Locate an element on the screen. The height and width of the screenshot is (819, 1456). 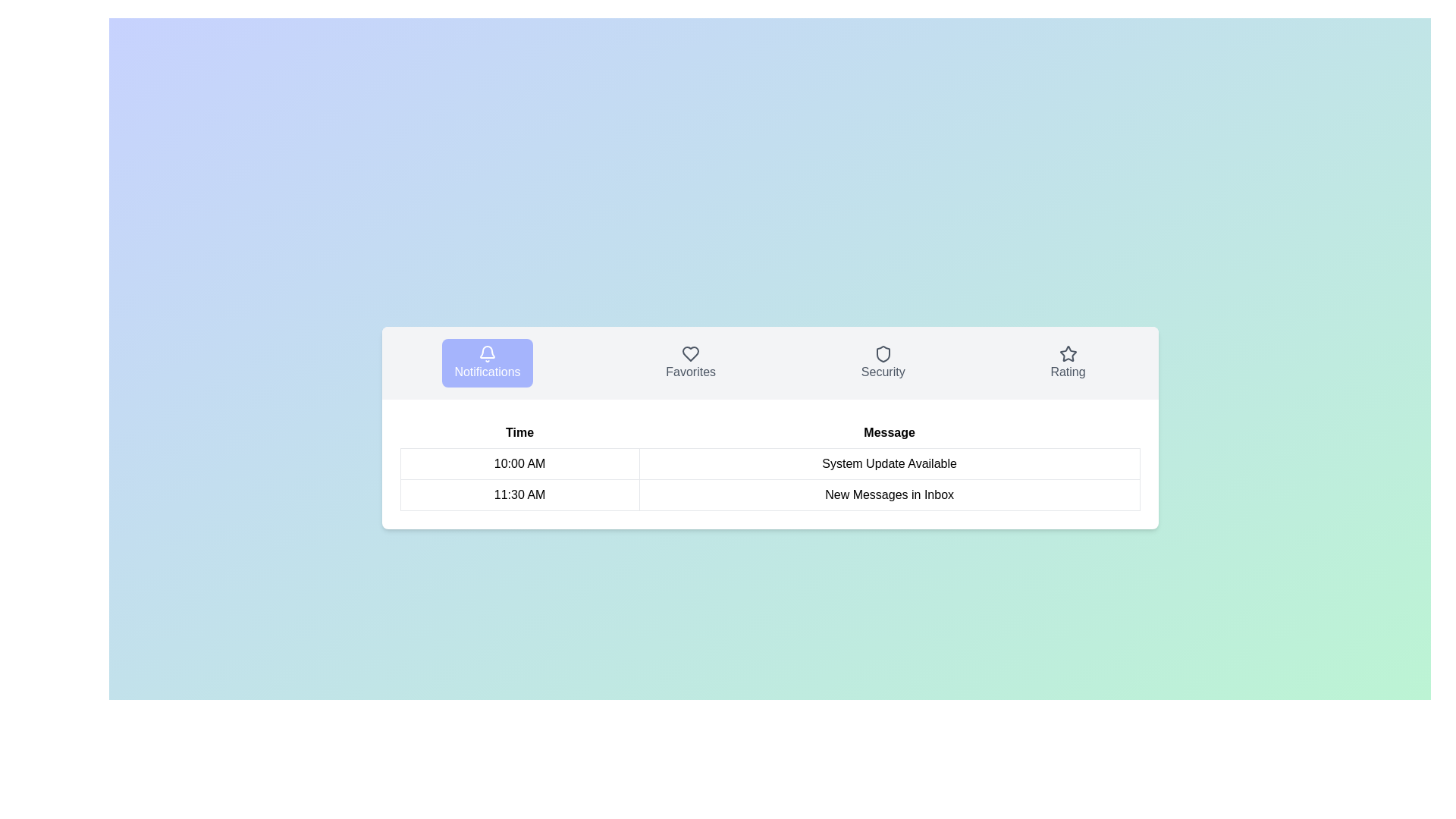
interactions associated with the bell-shaped notification icon located in the Notifications tab, which is the first icon from the left in the horizontal navigation menu is located at coordinates (488, 351).